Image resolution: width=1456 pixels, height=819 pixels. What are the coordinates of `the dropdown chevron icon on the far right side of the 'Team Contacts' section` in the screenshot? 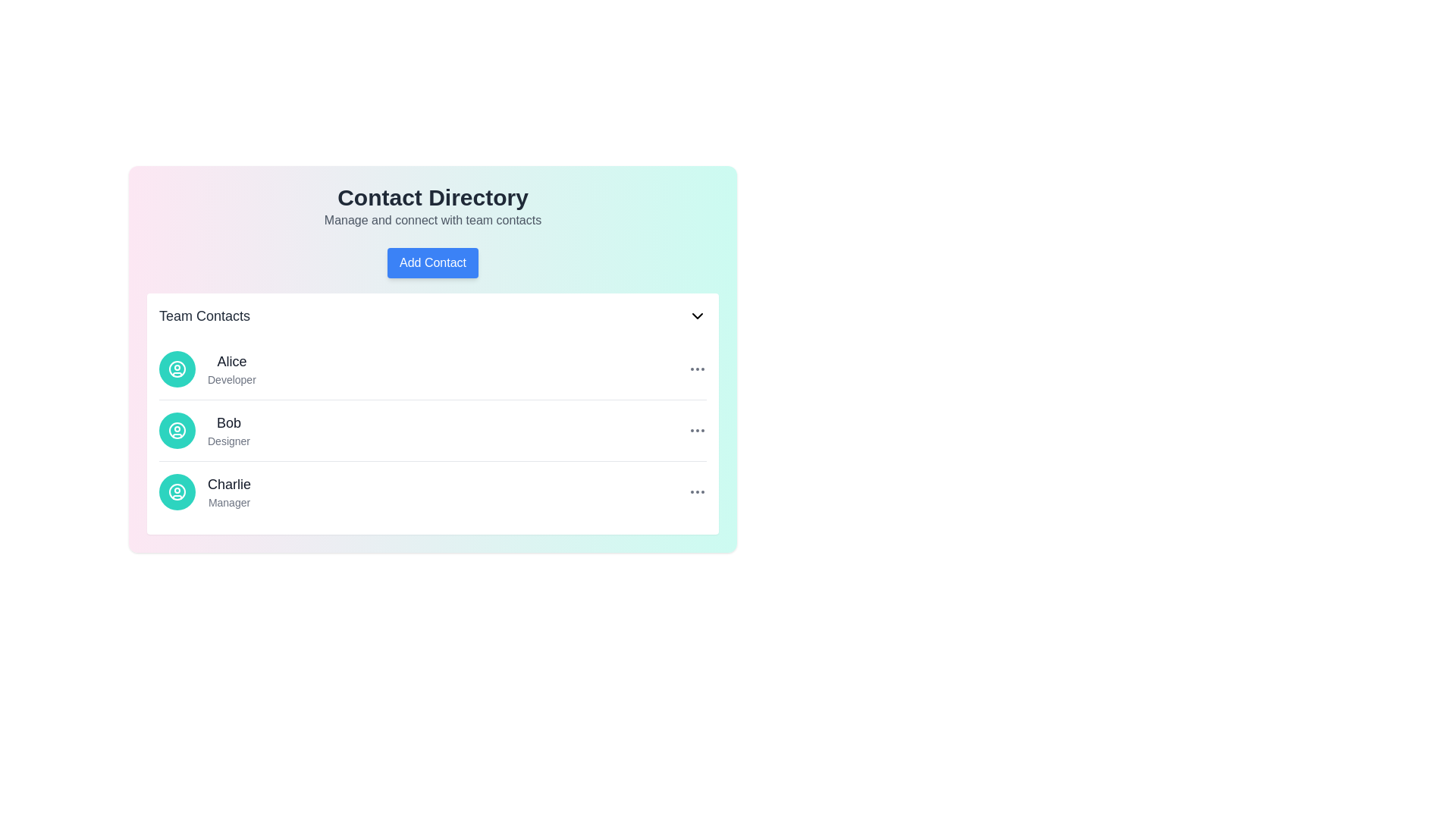 It's located at (697, 315).